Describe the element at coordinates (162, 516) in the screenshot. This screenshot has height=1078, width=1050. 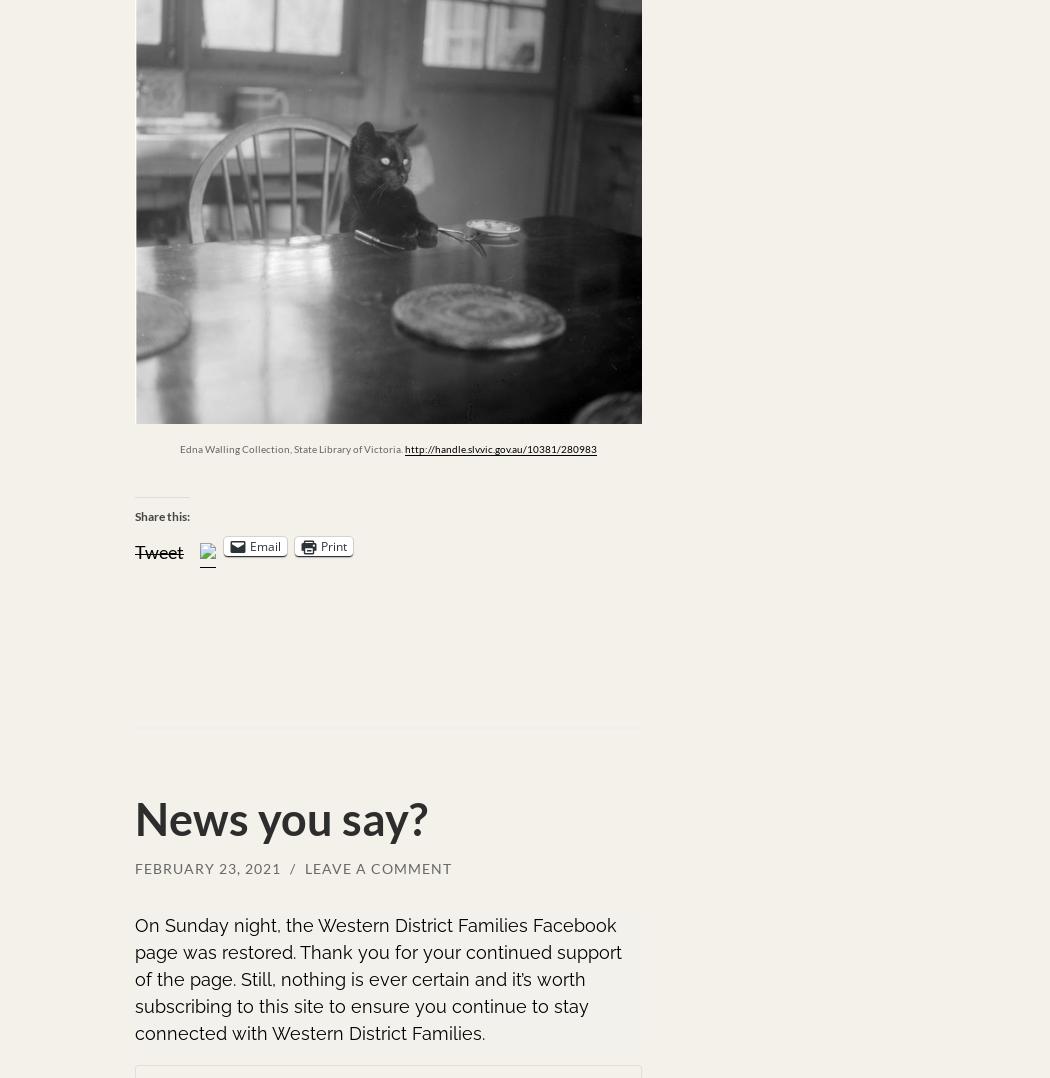
I see `'Share this:'` at that location.